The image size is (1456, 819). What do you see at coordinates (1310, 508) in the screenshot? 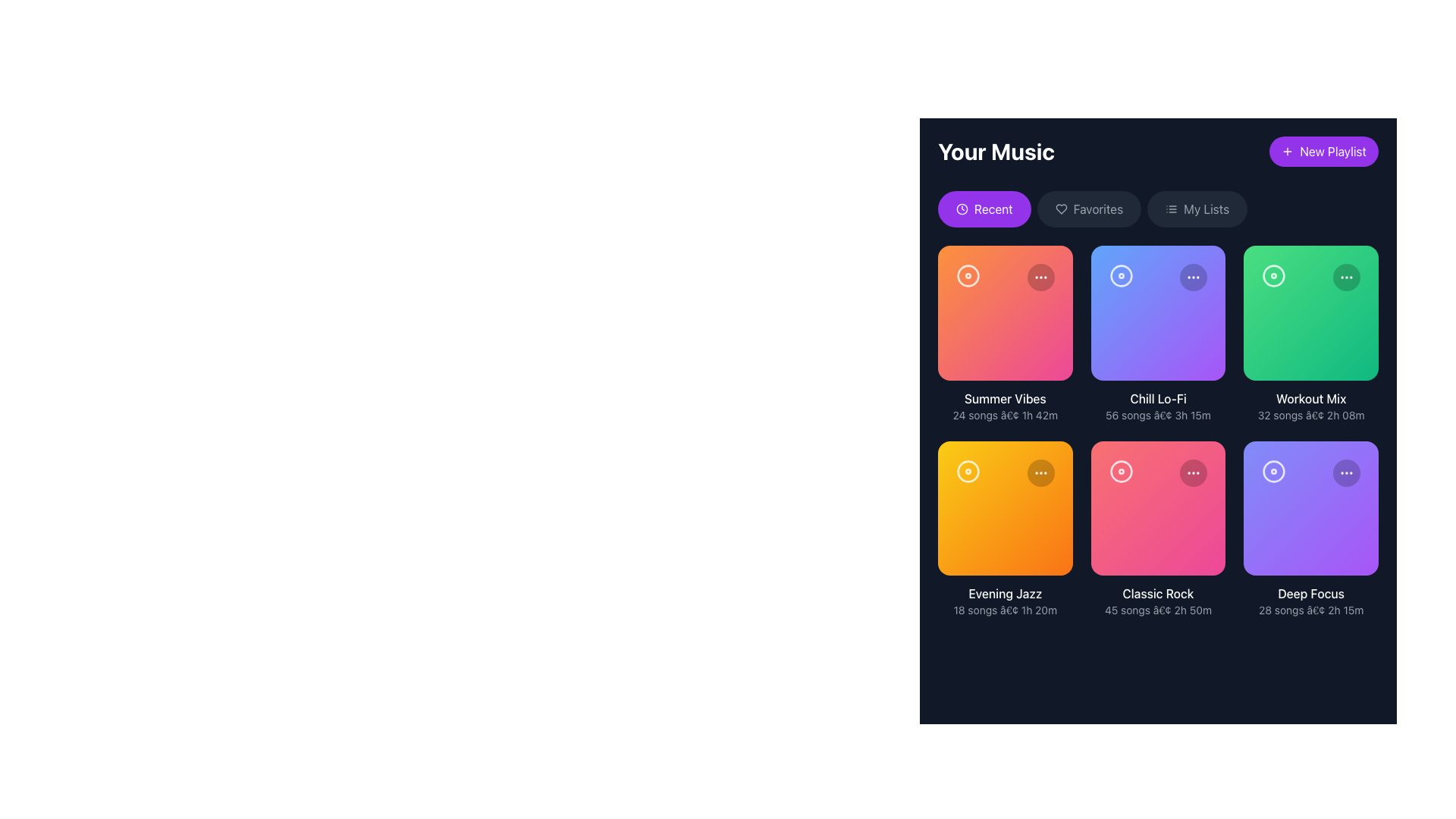
I see `the 'Deep Focus' card located in the bottom-right corner of the grid` at bounding box center [1310, 508].